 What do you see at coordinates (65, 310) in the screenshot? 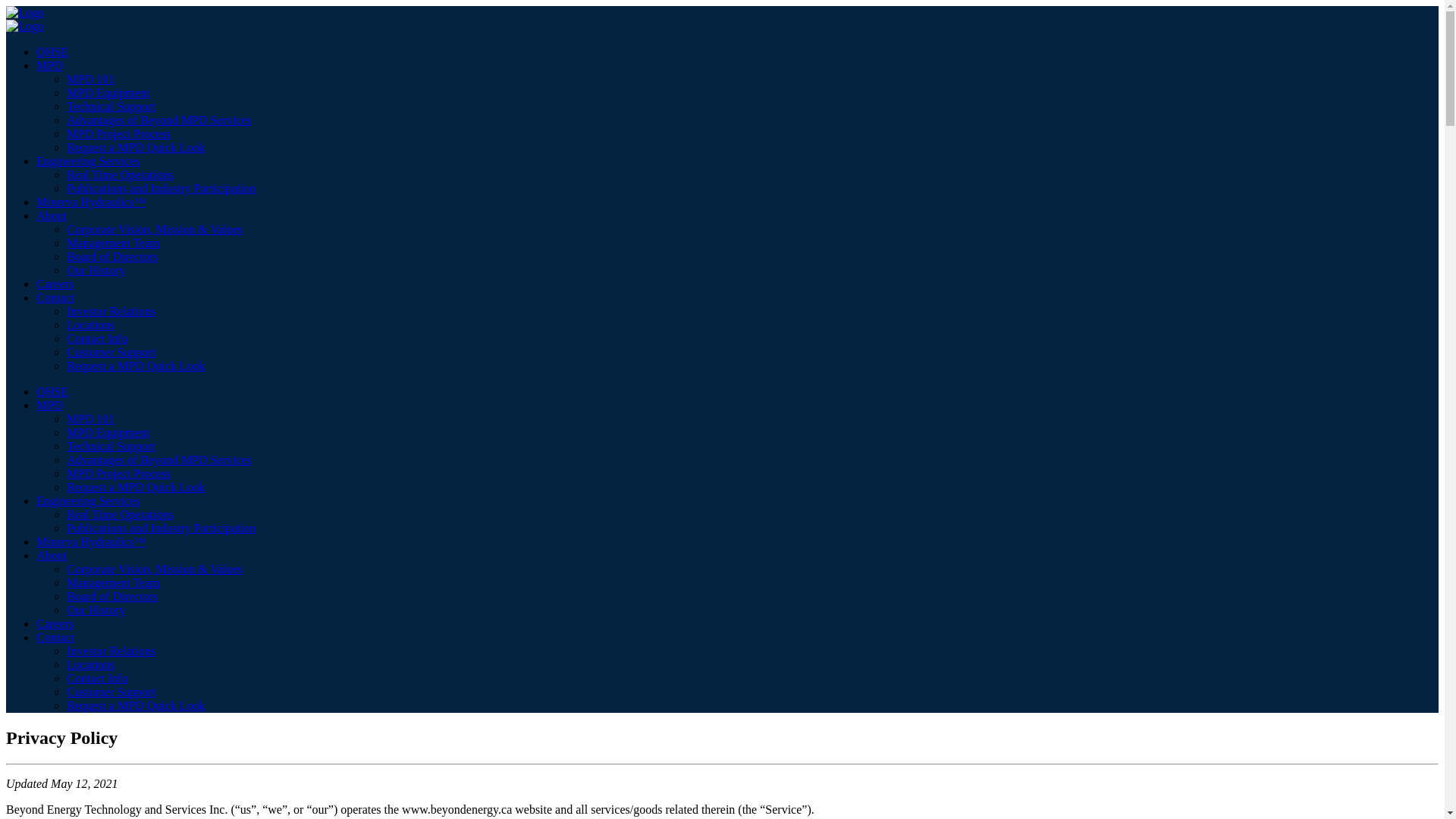
I see `'Investor Relations'` at bounding box center [65, 310].